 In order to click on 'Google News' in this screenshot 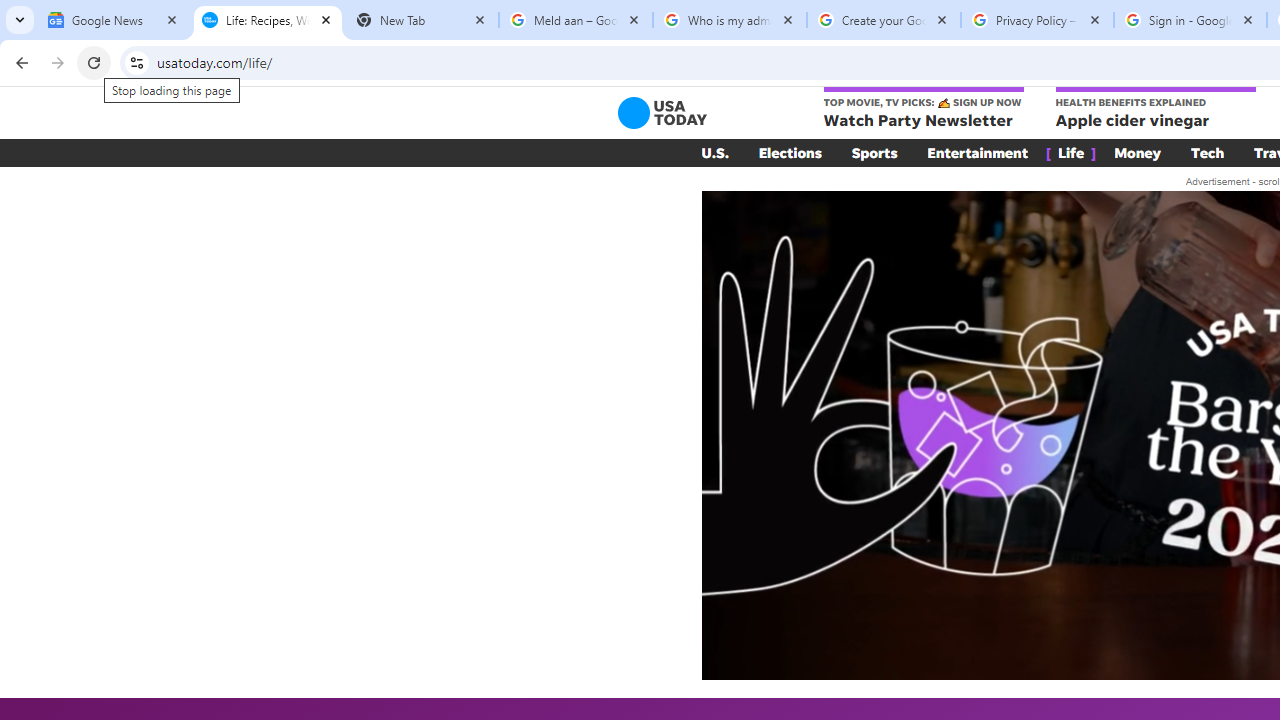, I will do `click(112, 20)`.